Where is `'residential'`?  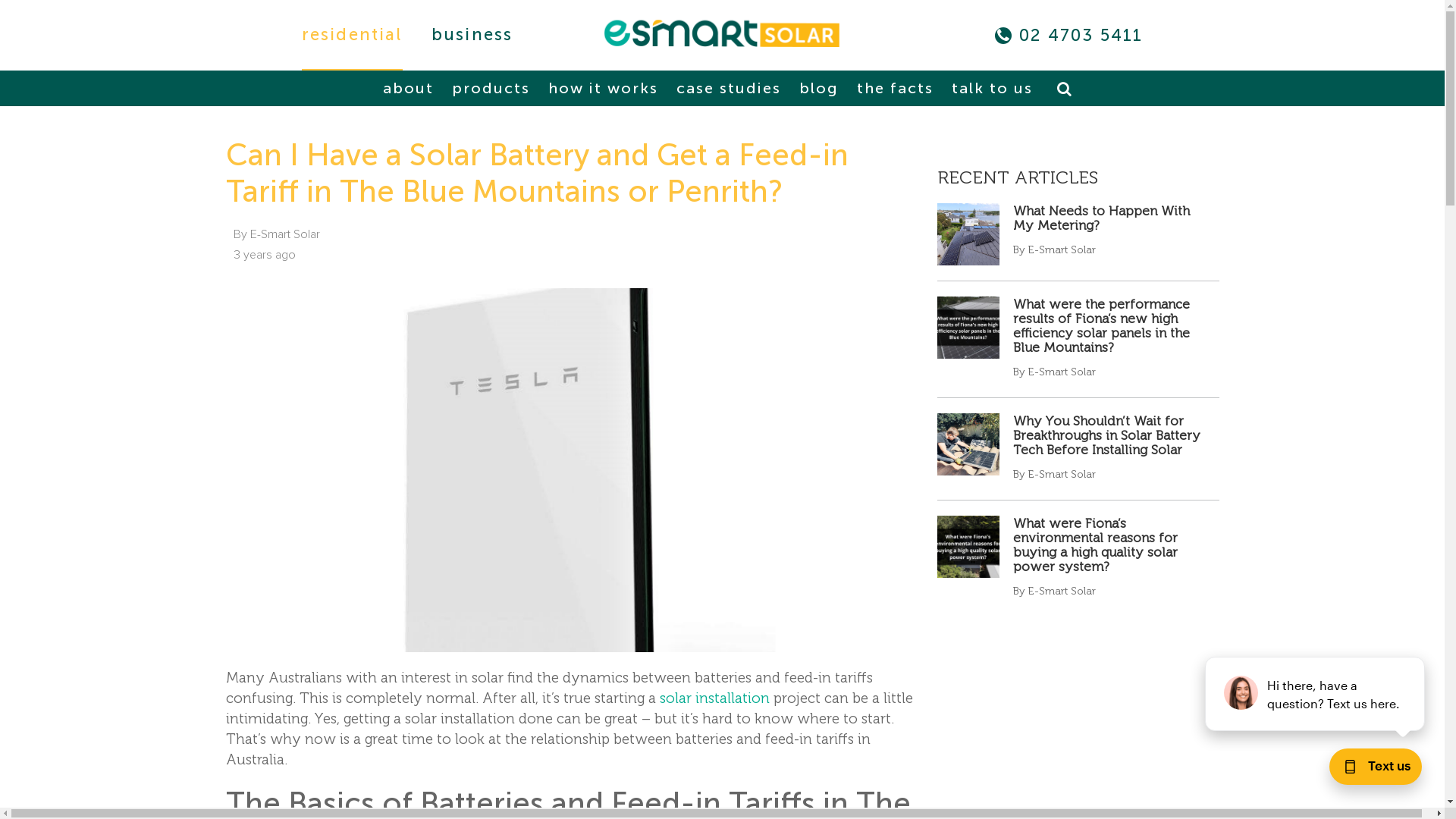 'residential' is located at coordinates (351, 34).